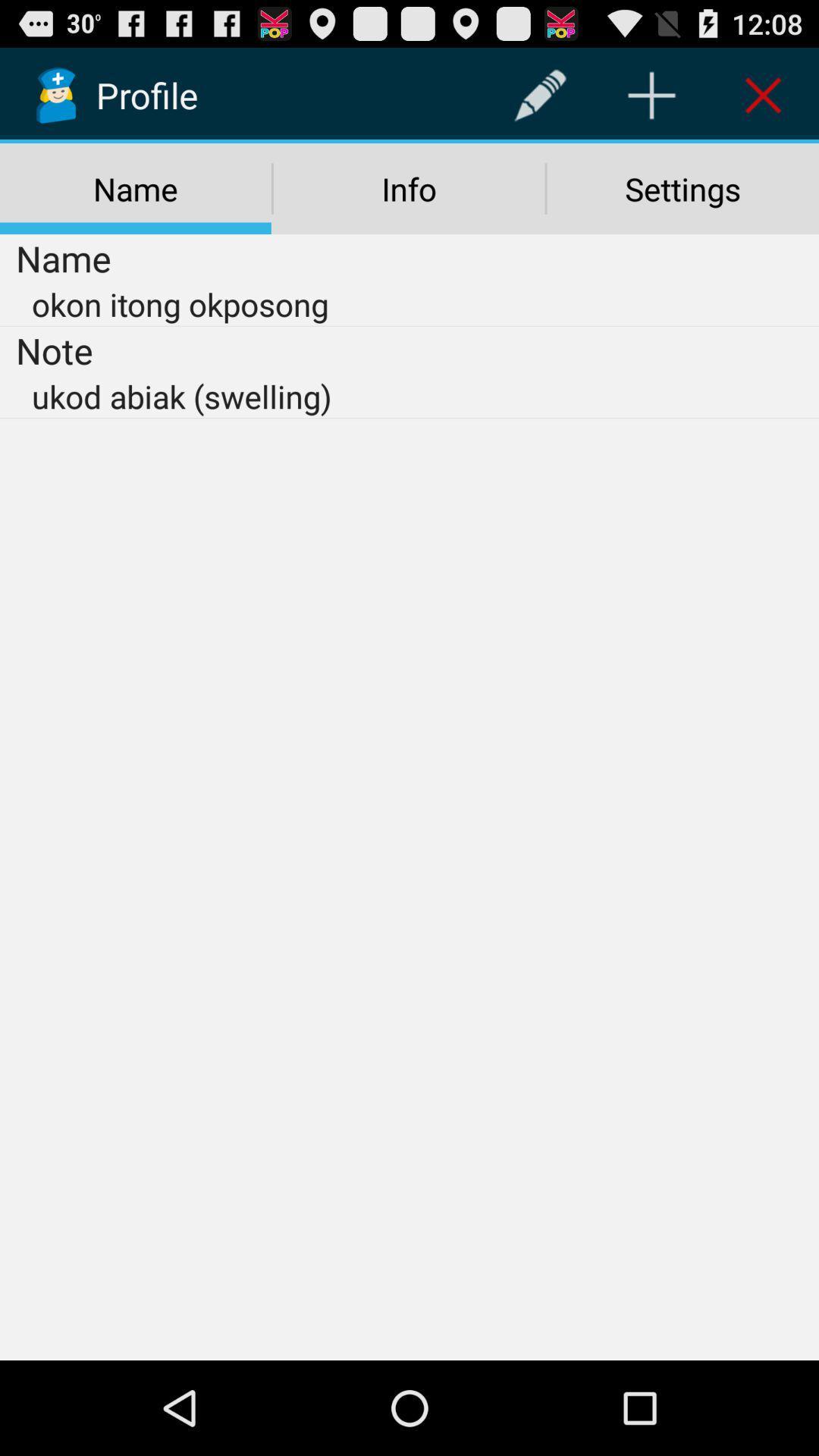  I want to click on item next to the settings, so click(408, 188).